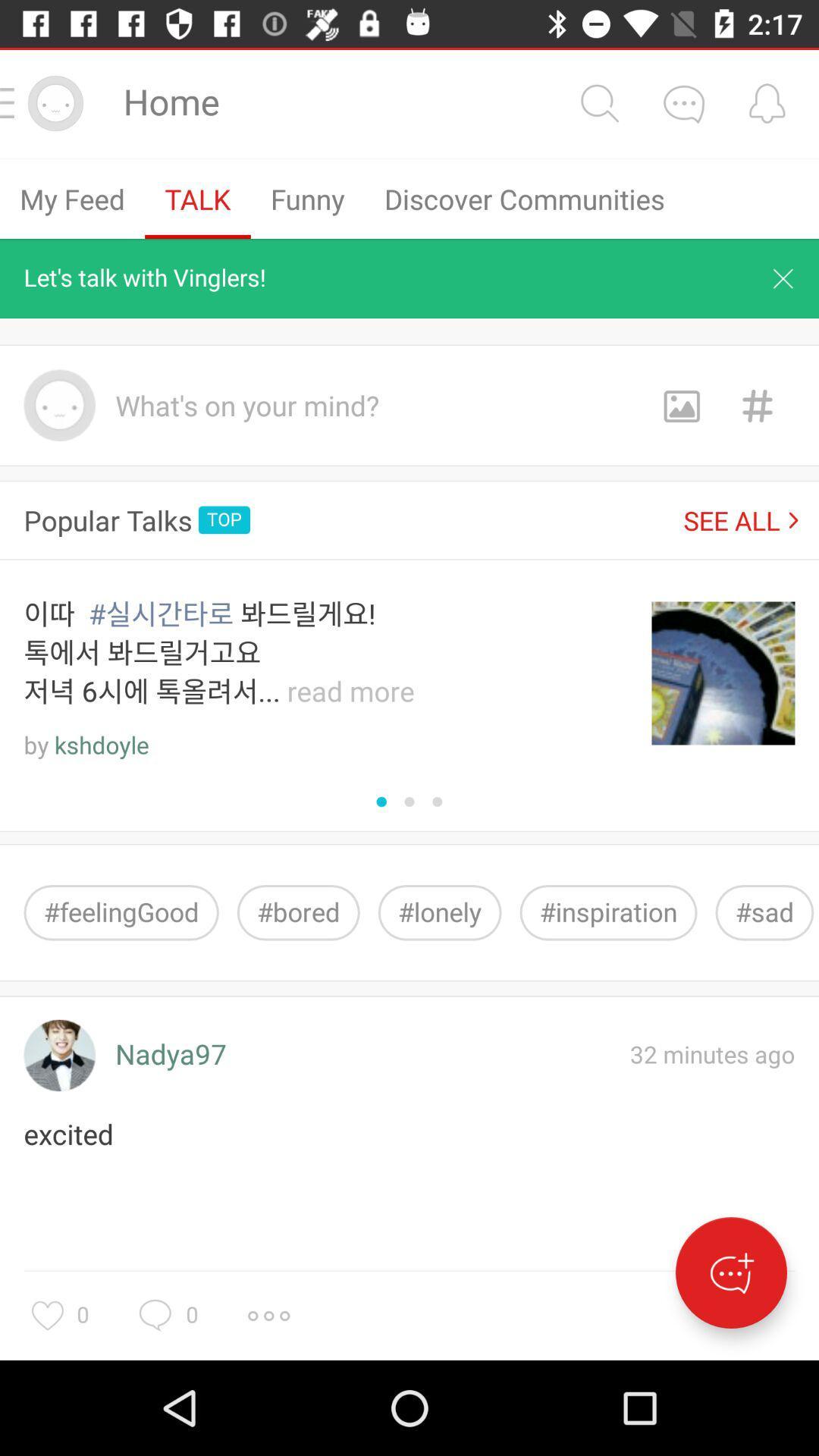  Describe the element at coordinates (102, 745) in the screenshot. I see `the item next to by` at that location.